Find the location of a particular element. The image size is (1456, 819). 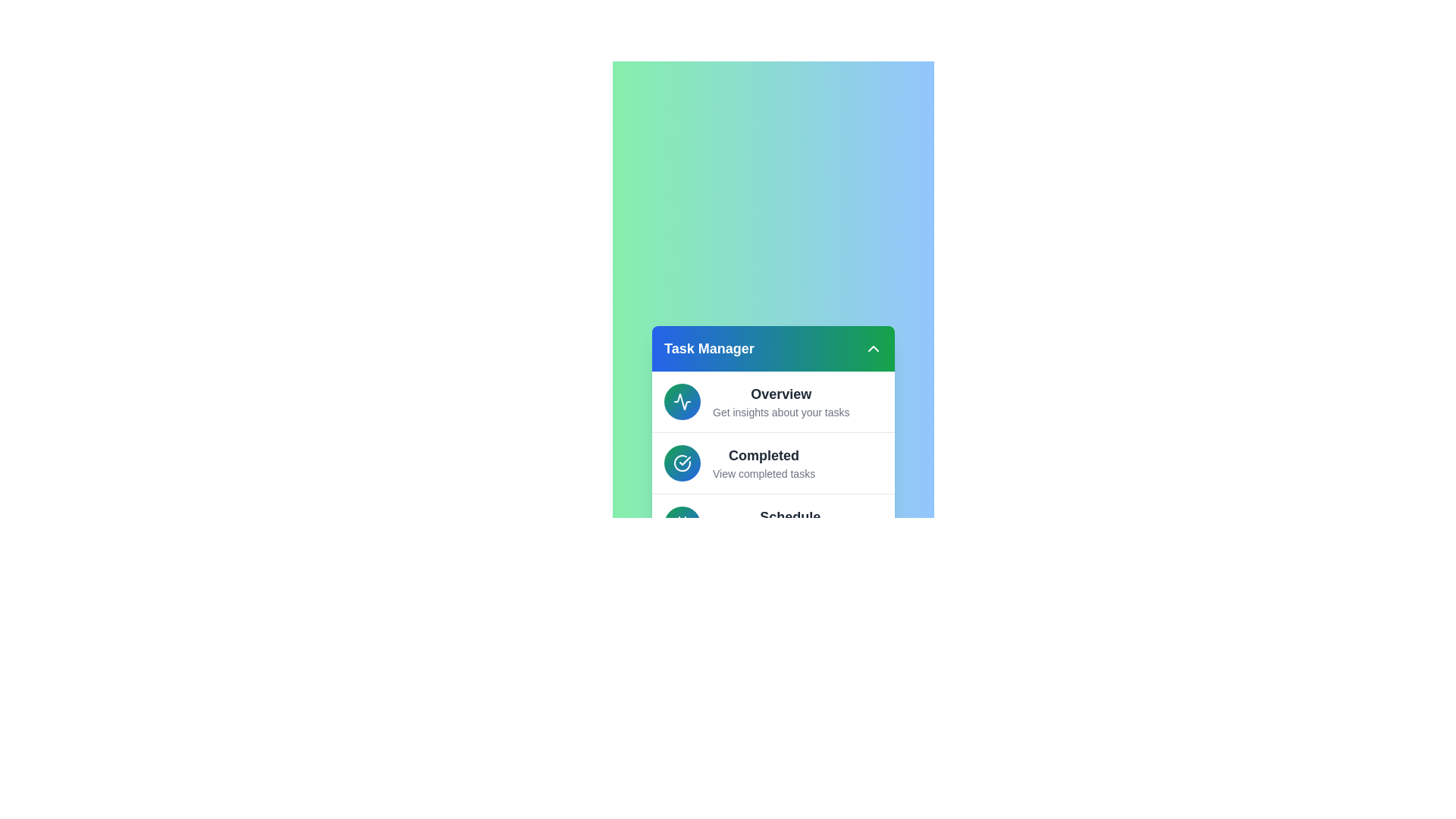

dropdown button to toggle the menu's expanded or collapsed state is located at coordinates (874, 348).